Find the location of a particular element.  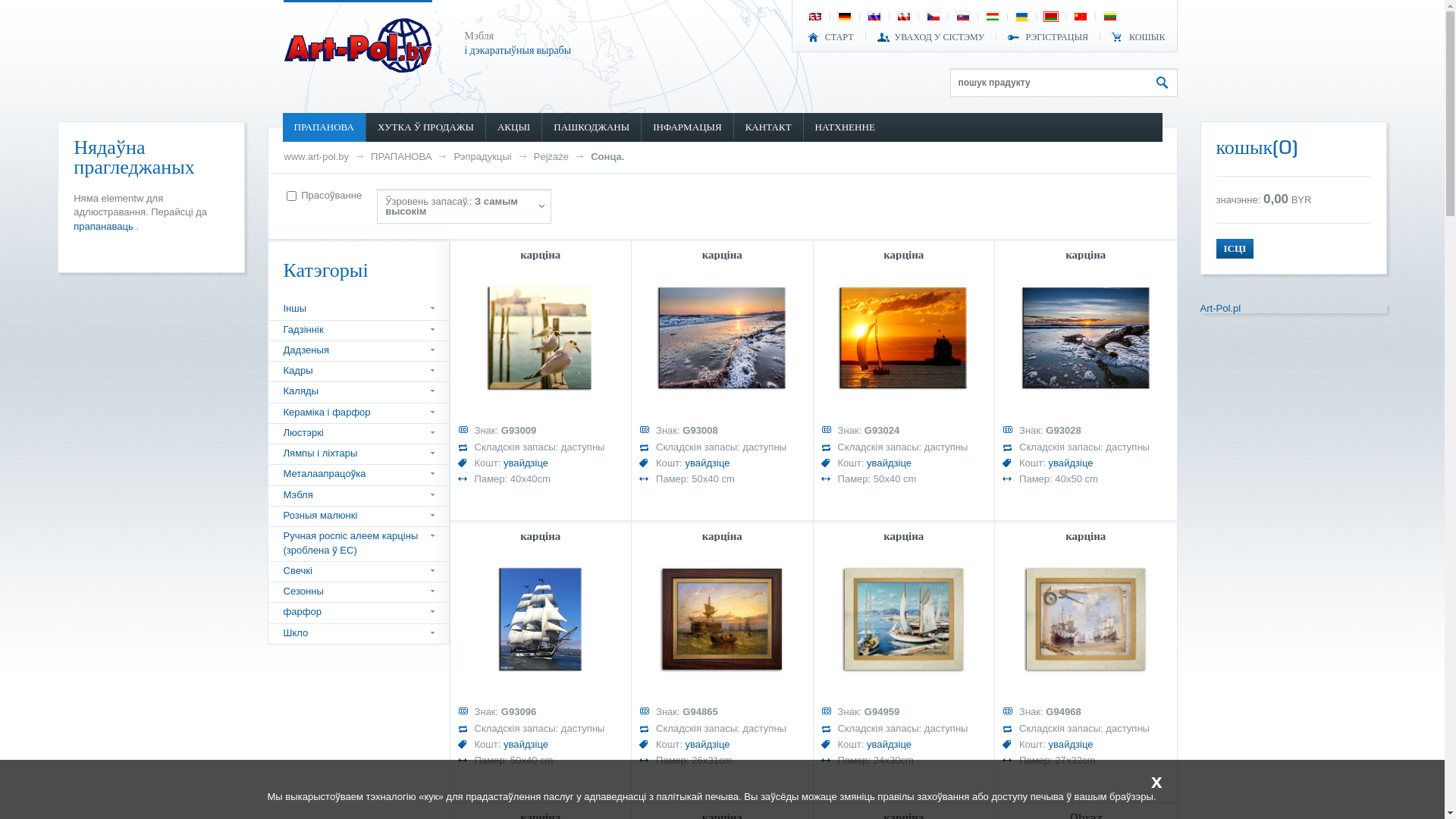

'hu' is located at coordinates (993, 17).